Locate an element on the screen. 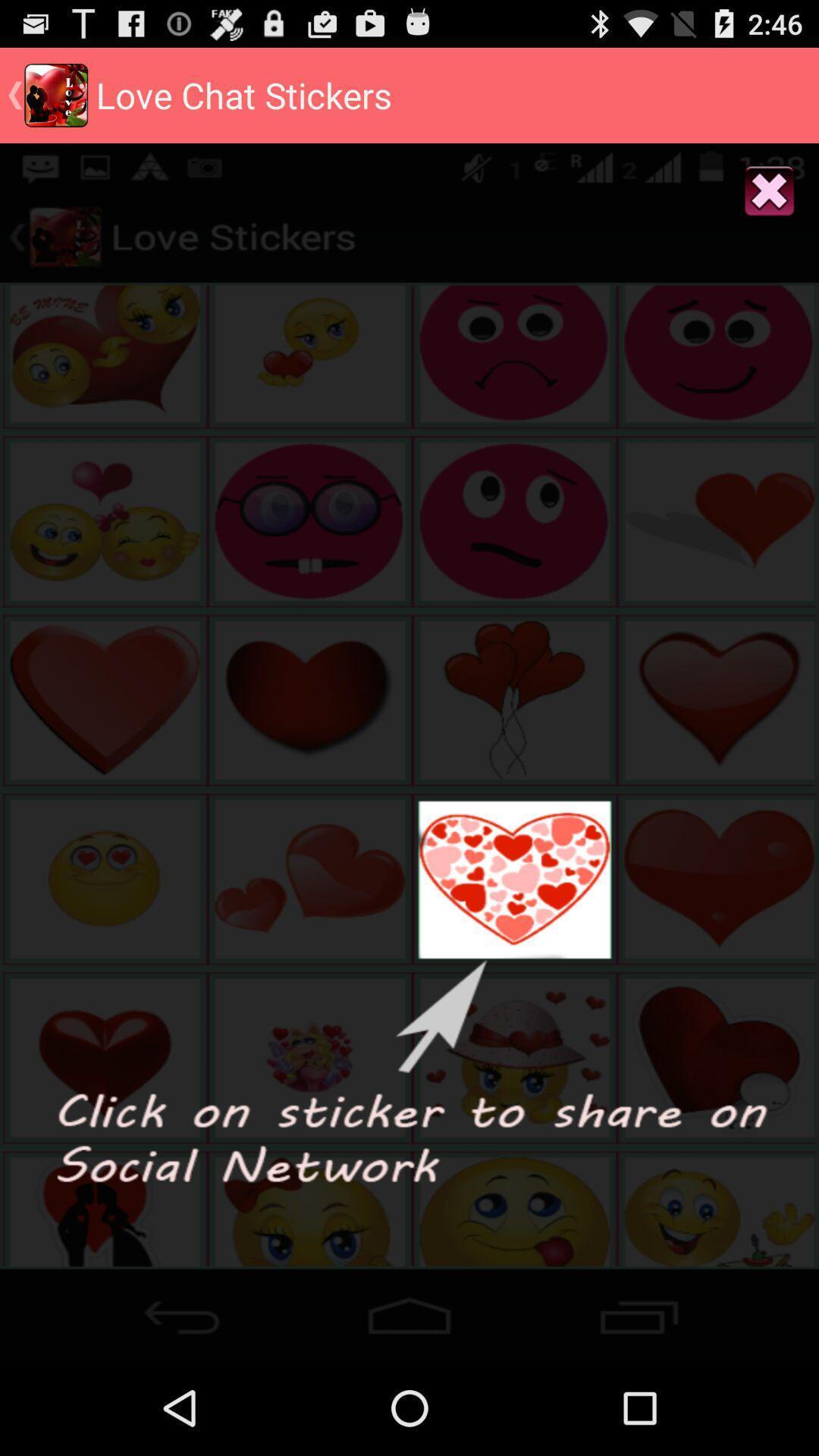  the close icon is located at coordinates (770, 205).